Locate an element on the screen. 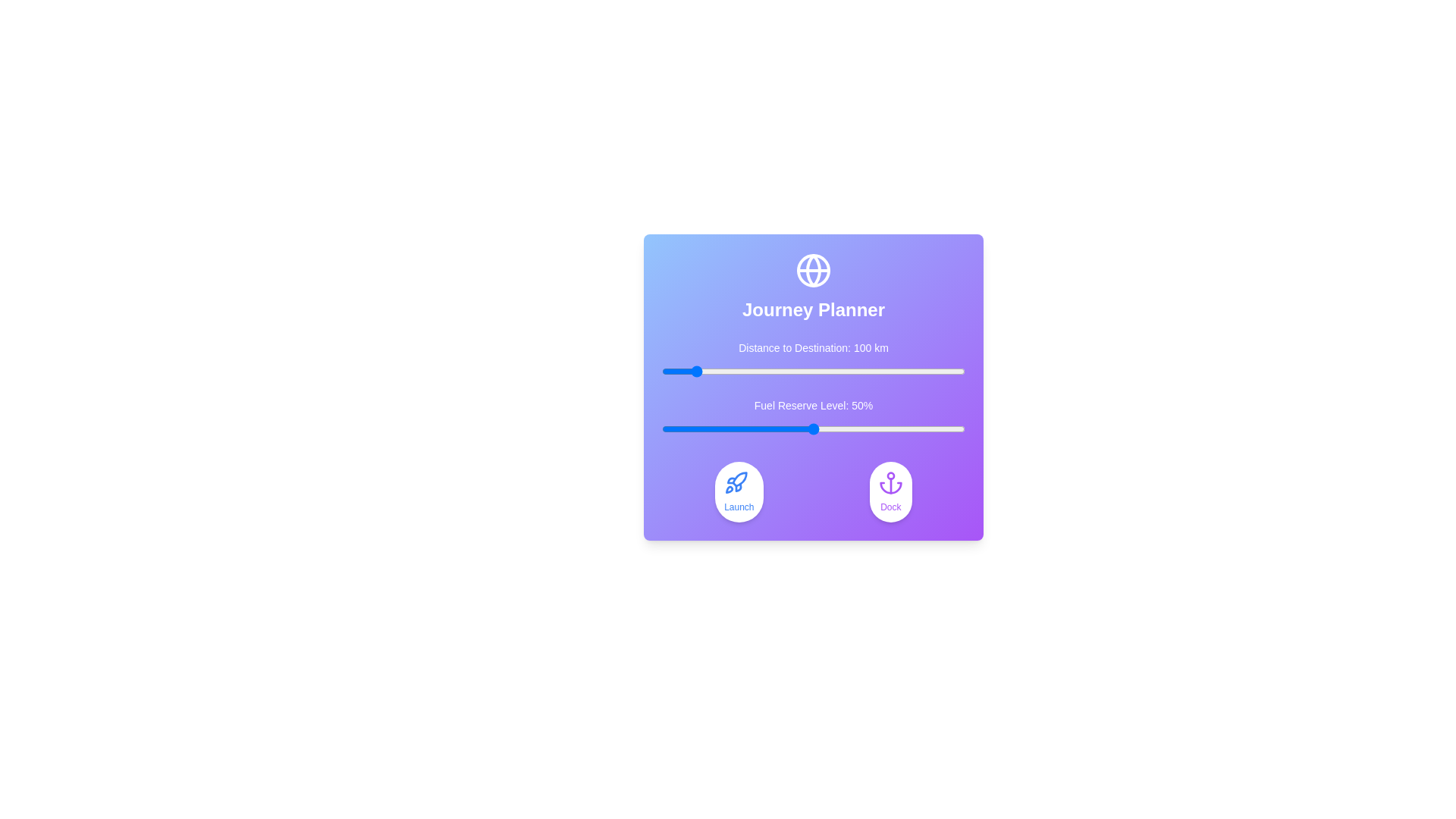 The width and height of the screenshot is (1456, 819). the distance slider to 874 km is located at coordinates (926, 371).